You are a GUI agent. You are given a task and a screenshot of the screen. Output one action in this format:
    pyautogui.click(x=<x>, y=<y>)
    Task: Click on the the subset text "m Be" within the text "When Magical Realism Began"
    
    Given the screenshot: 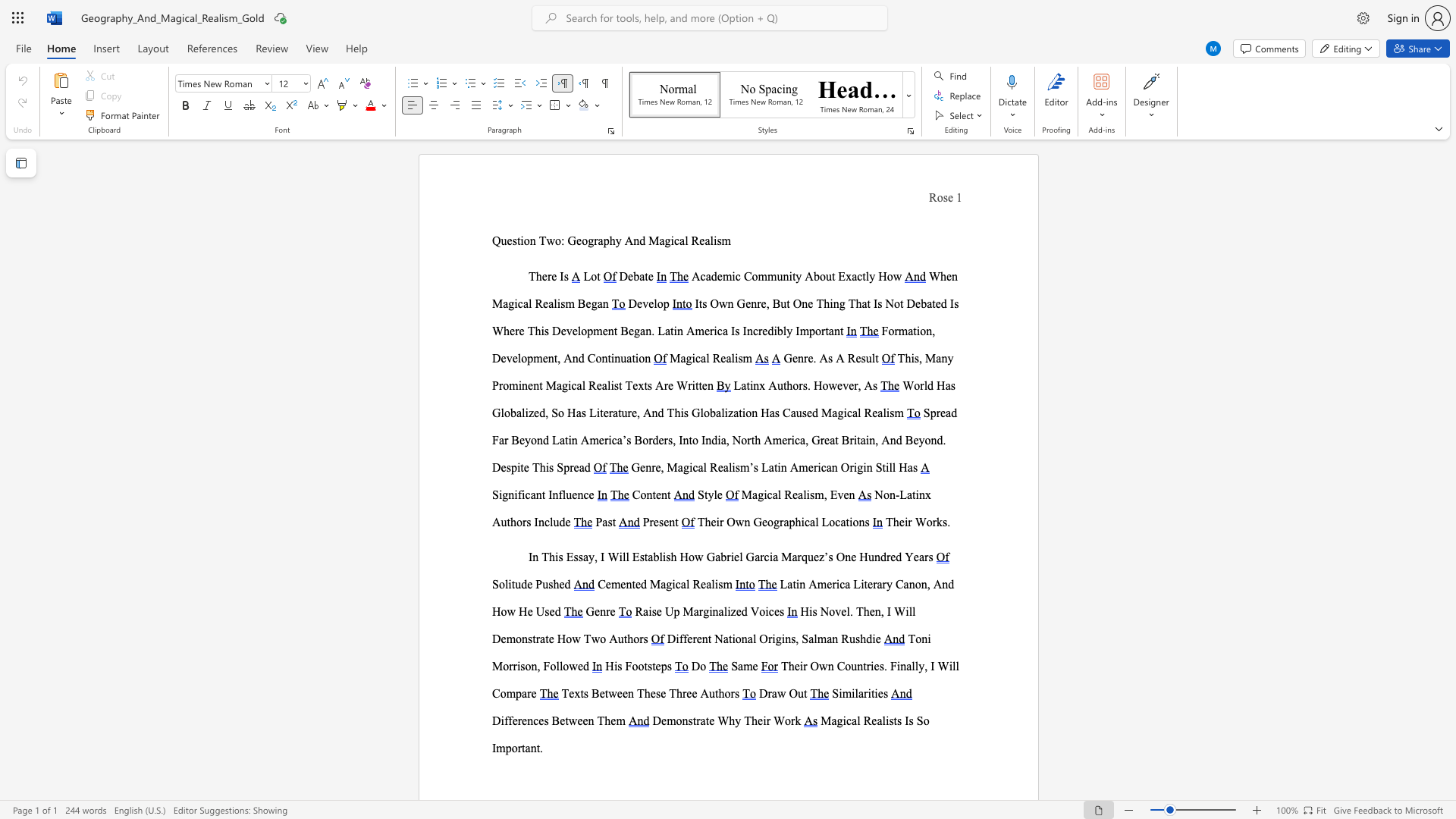 What is the action you would take?
    pyautogui.click(x=564, y=303)
    